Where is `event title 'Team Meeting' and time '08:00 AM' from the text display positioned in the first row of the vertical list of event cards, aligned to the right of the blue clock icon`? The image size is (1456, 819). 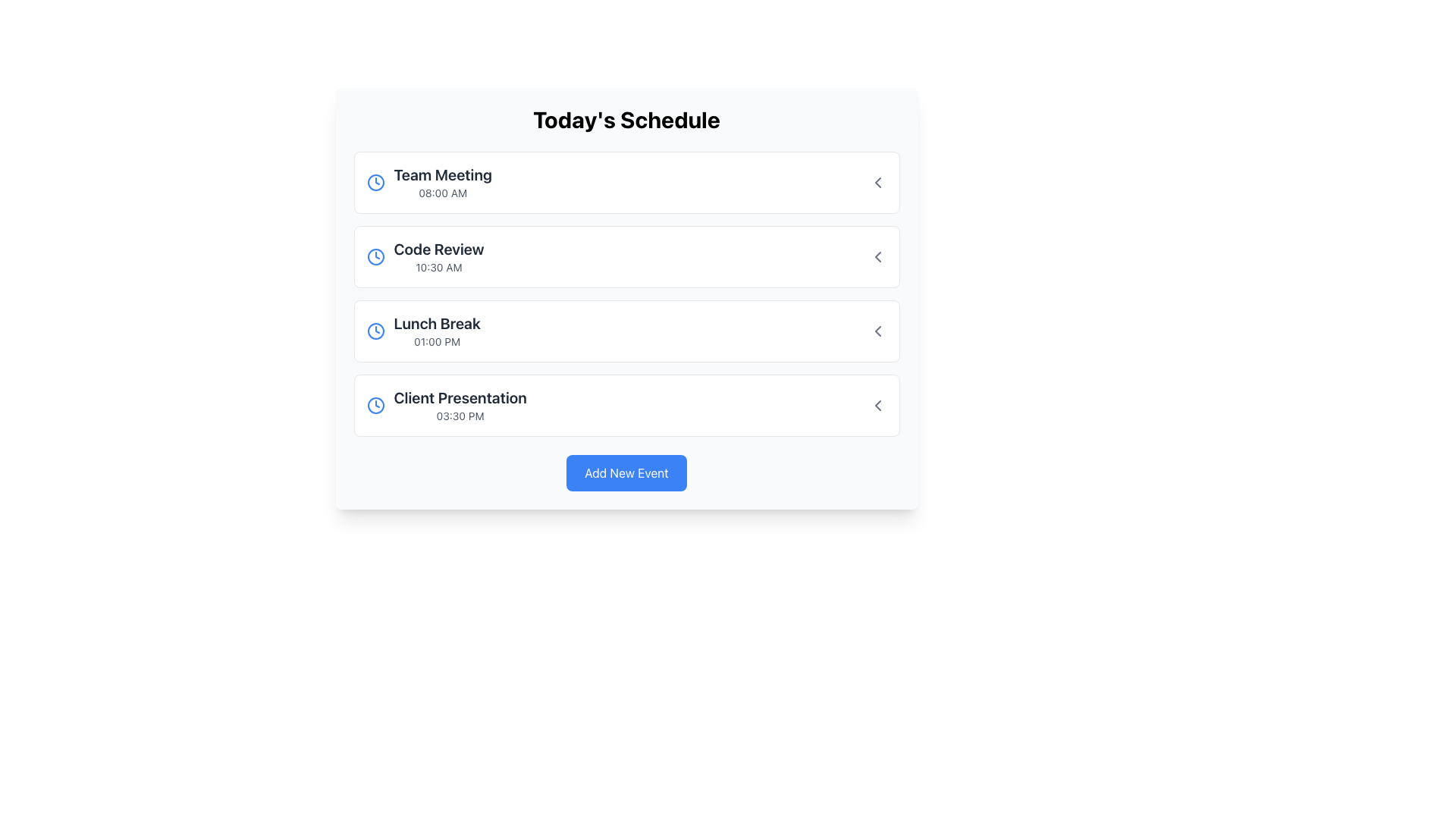 event title 'Team Meeting' and time '08:00 AM' from the text display positioned in the first row of the vertical list of event cards, aligned to the right of the blue clock icon is located at coordinates (442, 181).